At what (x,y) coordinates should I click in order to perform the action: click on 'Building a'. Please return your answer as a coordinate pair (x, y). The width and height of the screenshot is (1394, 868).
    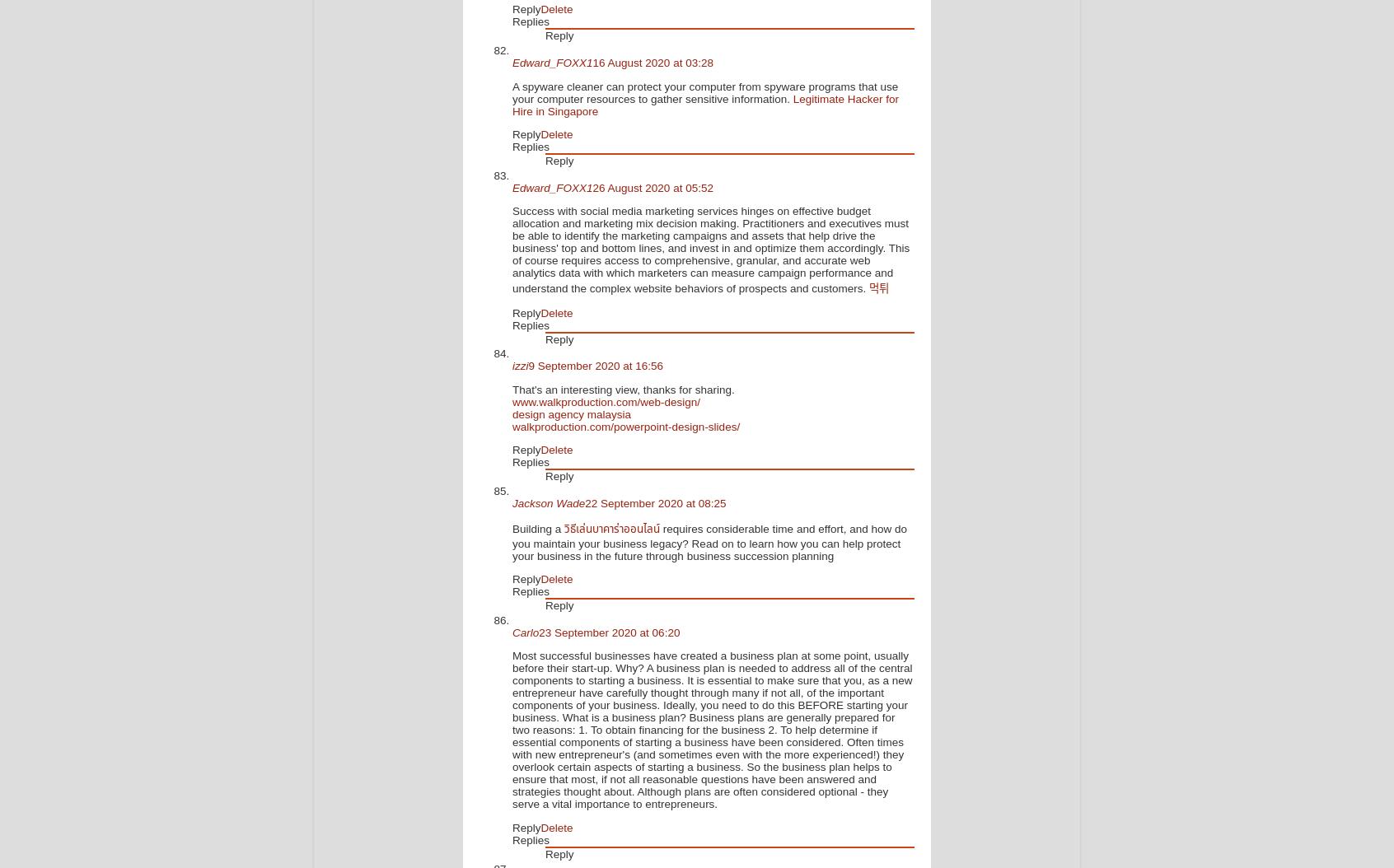
    Looking at the image, I should click on (538, 528).